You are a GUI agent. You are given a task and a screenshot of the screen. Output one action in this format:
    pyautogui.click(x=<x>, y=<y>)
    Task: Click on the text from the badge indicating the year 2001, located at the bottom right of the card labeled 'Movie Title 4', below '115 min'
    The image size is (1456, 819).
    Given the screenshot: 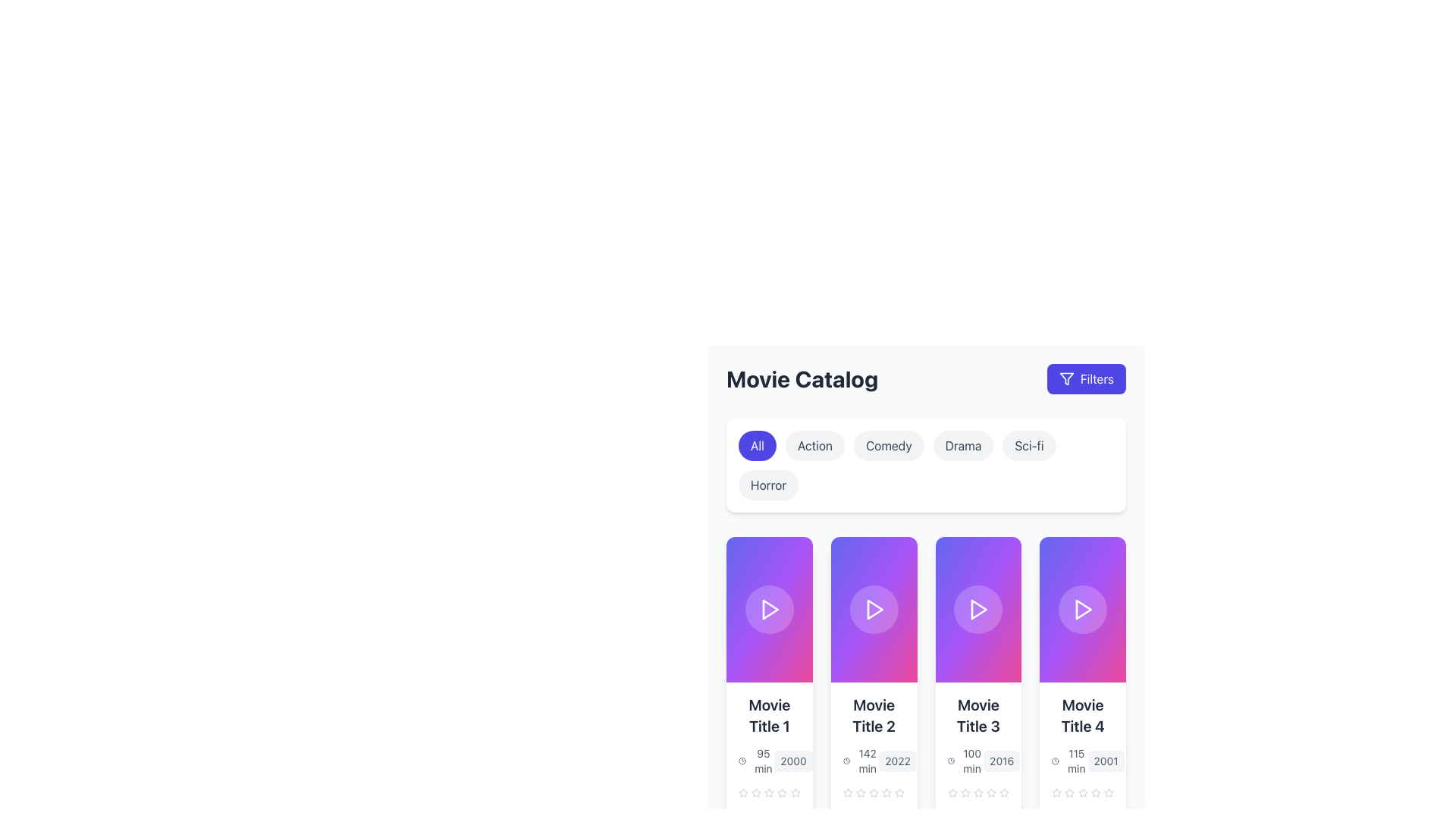 What is the action you would take?
    pyautogui.click(x=1106, y=761)
    